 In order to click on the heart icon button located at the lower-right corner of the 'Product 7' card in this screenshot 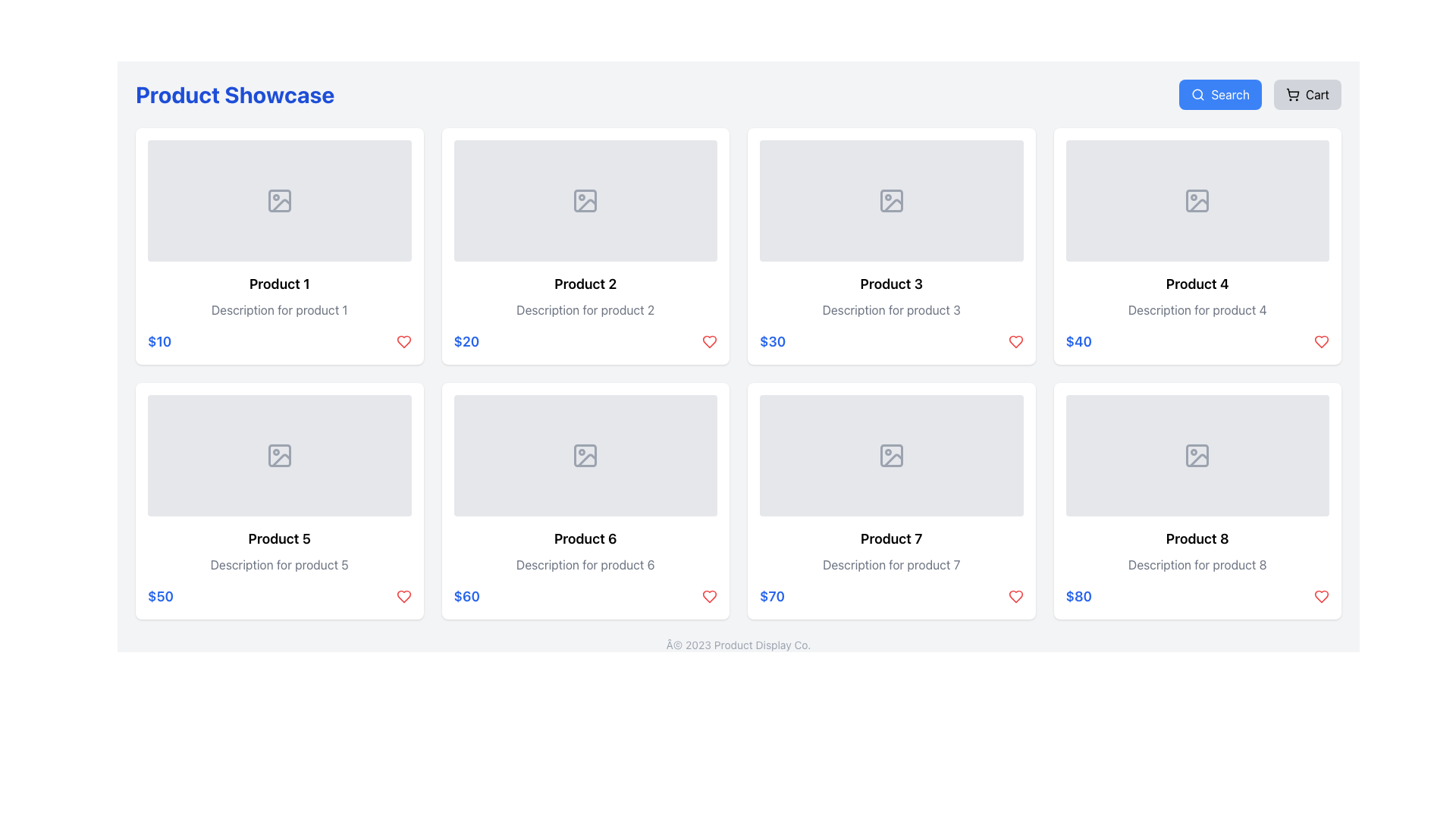, I will do `click(709, 595)`.